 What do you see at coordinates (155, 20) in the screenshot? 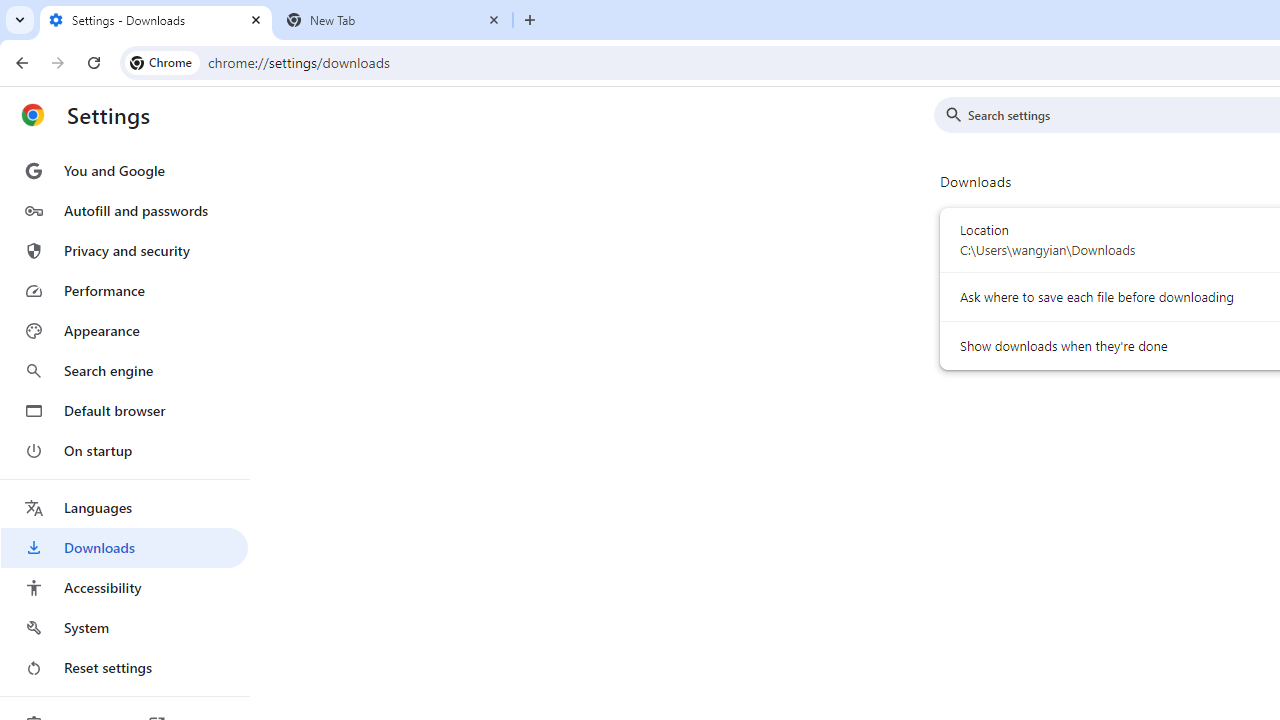
I see `'Settings - Downloads'` at bounding box center [155, 20].